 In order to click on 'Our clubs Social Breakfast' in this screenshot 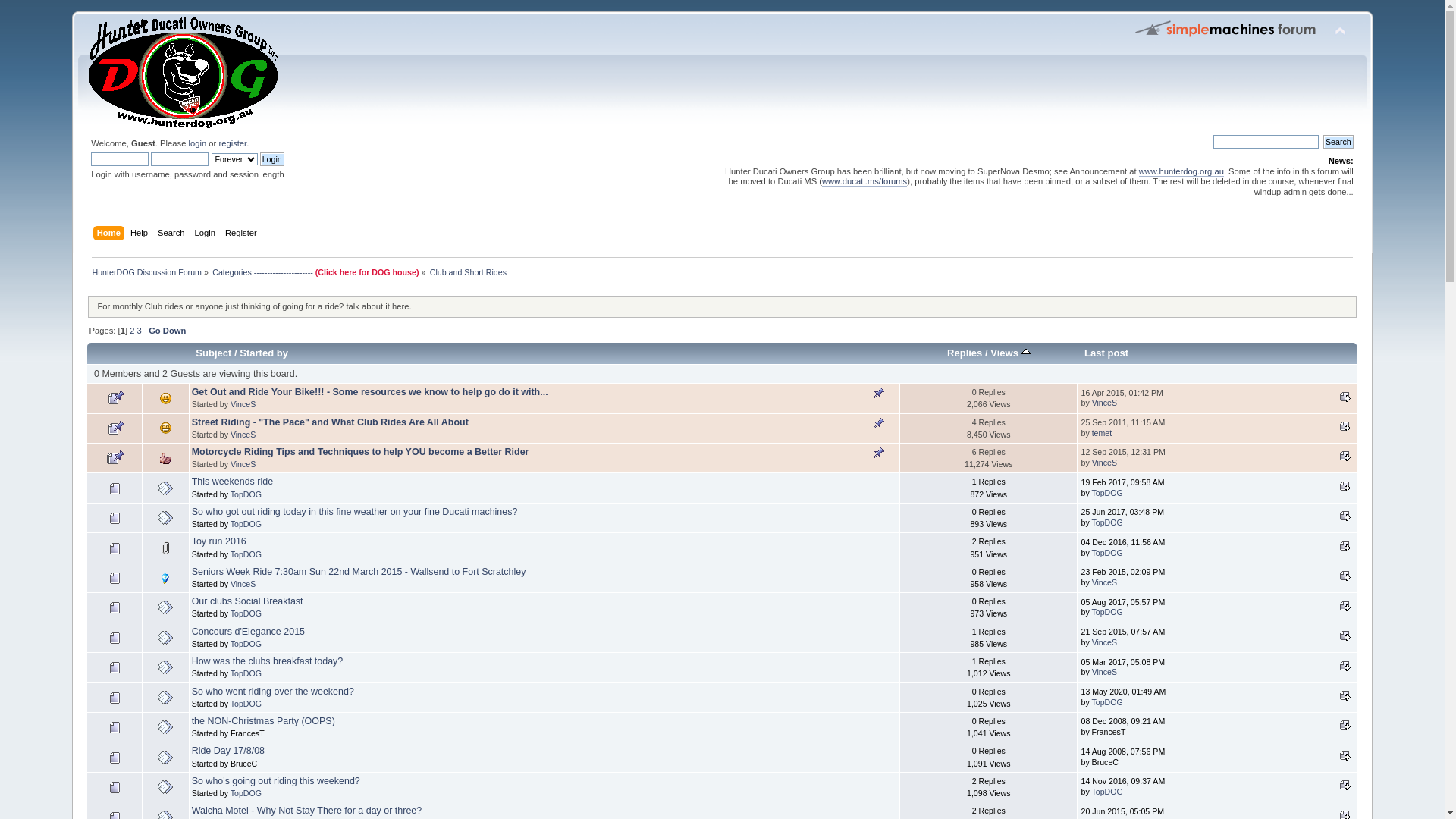, I will do `click(191, 601)`.